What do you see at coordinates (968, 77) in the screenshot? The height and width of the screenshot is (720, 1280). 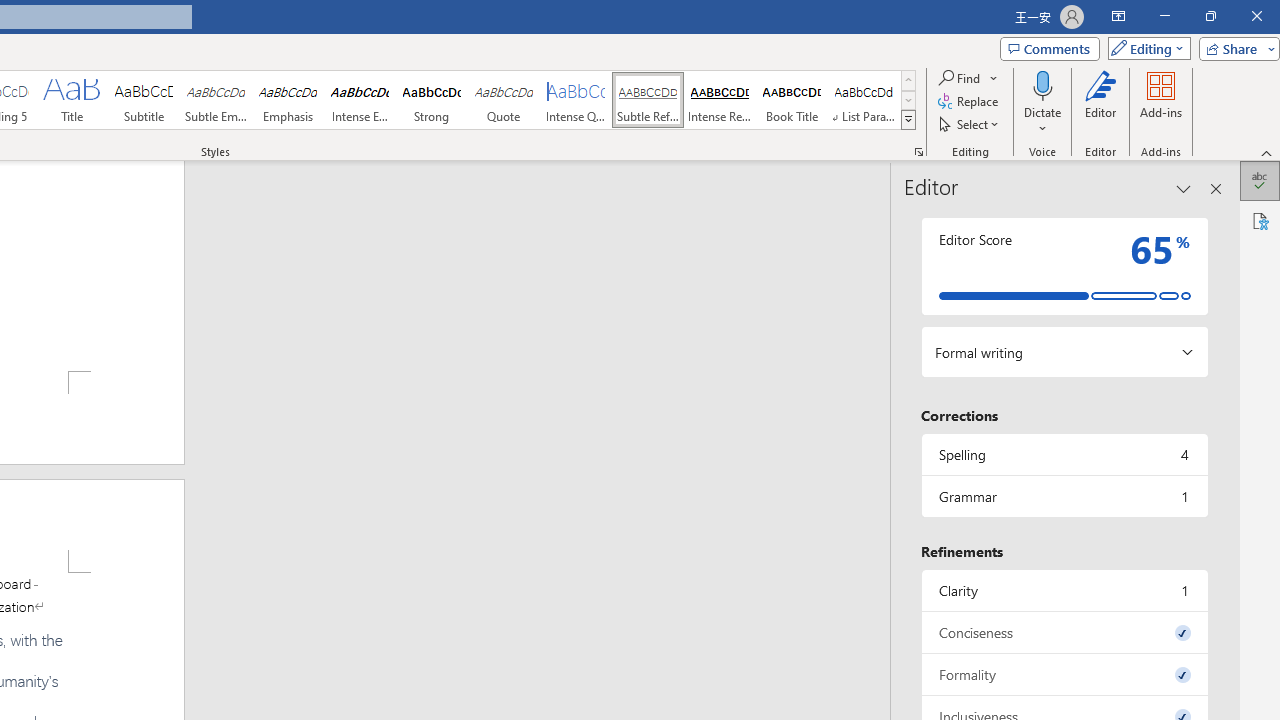 I see `'Find'` at bounding box center [968, 77].